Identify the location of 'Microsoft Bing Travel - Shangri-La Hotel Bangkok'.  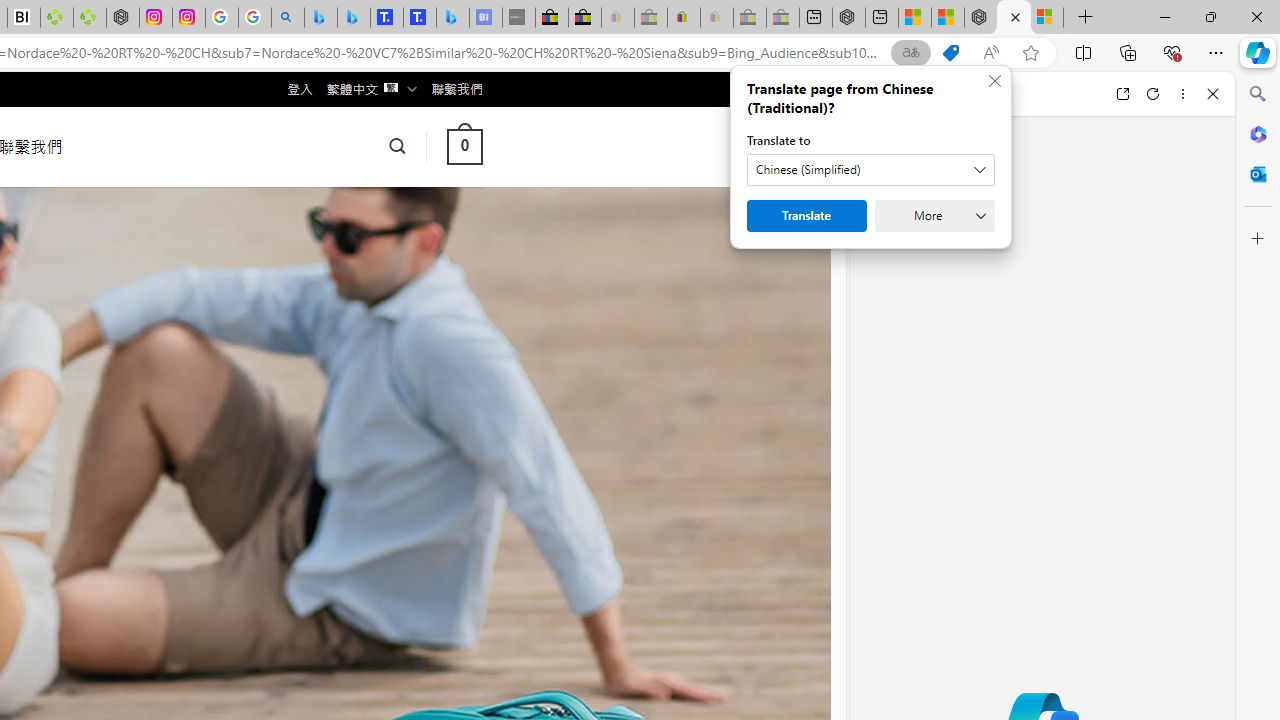
(451, 17).